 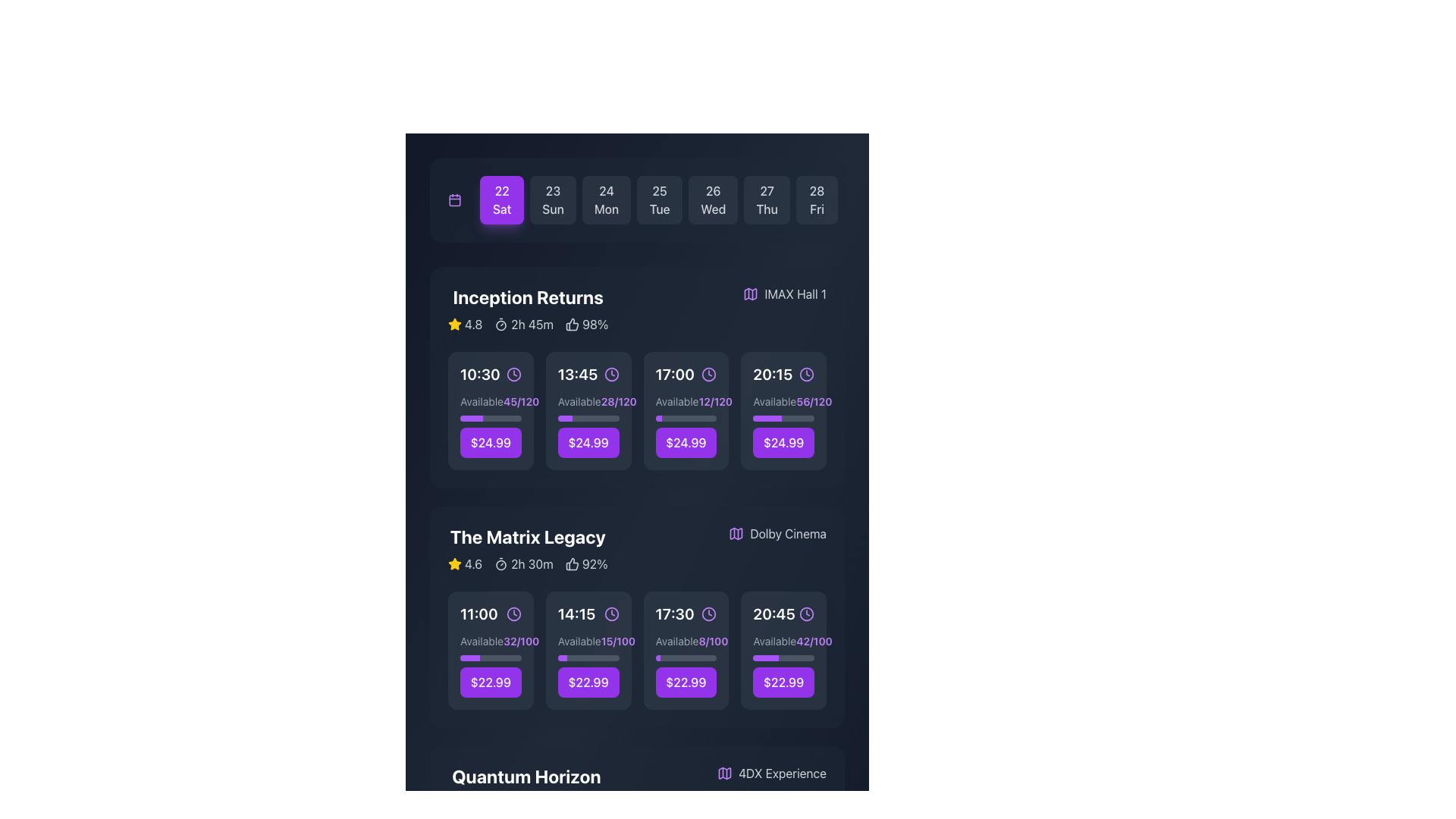 I want to click on the text display showing '12/120' in purple, bold font, located beneath the '17:00' time slot in the 'Inception Returns' section, so click(x=714, y=400).